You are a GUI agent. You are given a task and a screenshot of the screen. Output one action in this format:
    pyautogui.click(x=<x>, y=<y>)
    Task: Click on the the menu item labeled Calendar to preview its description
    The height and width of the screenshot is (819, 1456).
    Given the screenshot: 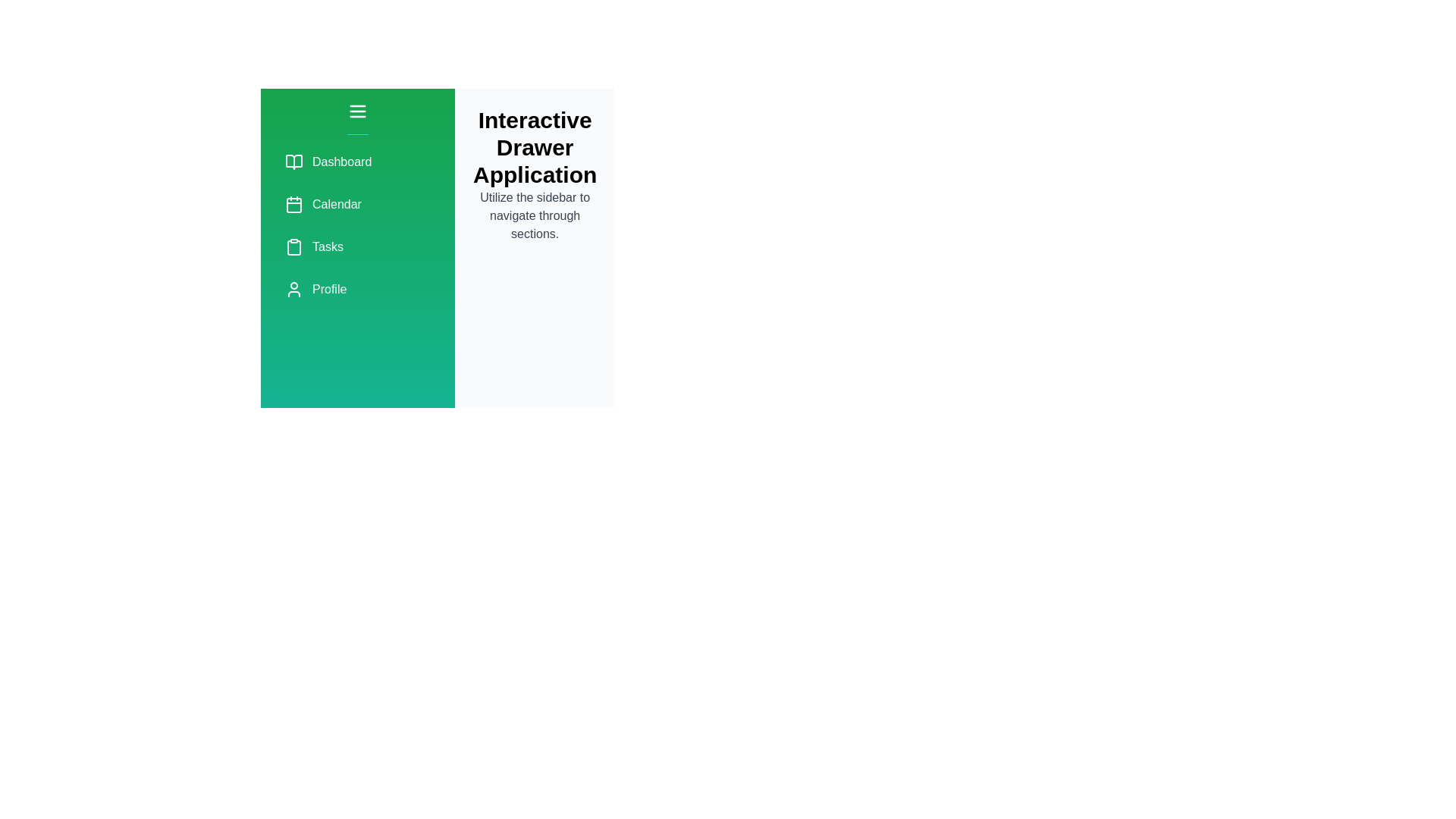 What is the action you would take?
    pyautogui.click(x=356, y=205)
    